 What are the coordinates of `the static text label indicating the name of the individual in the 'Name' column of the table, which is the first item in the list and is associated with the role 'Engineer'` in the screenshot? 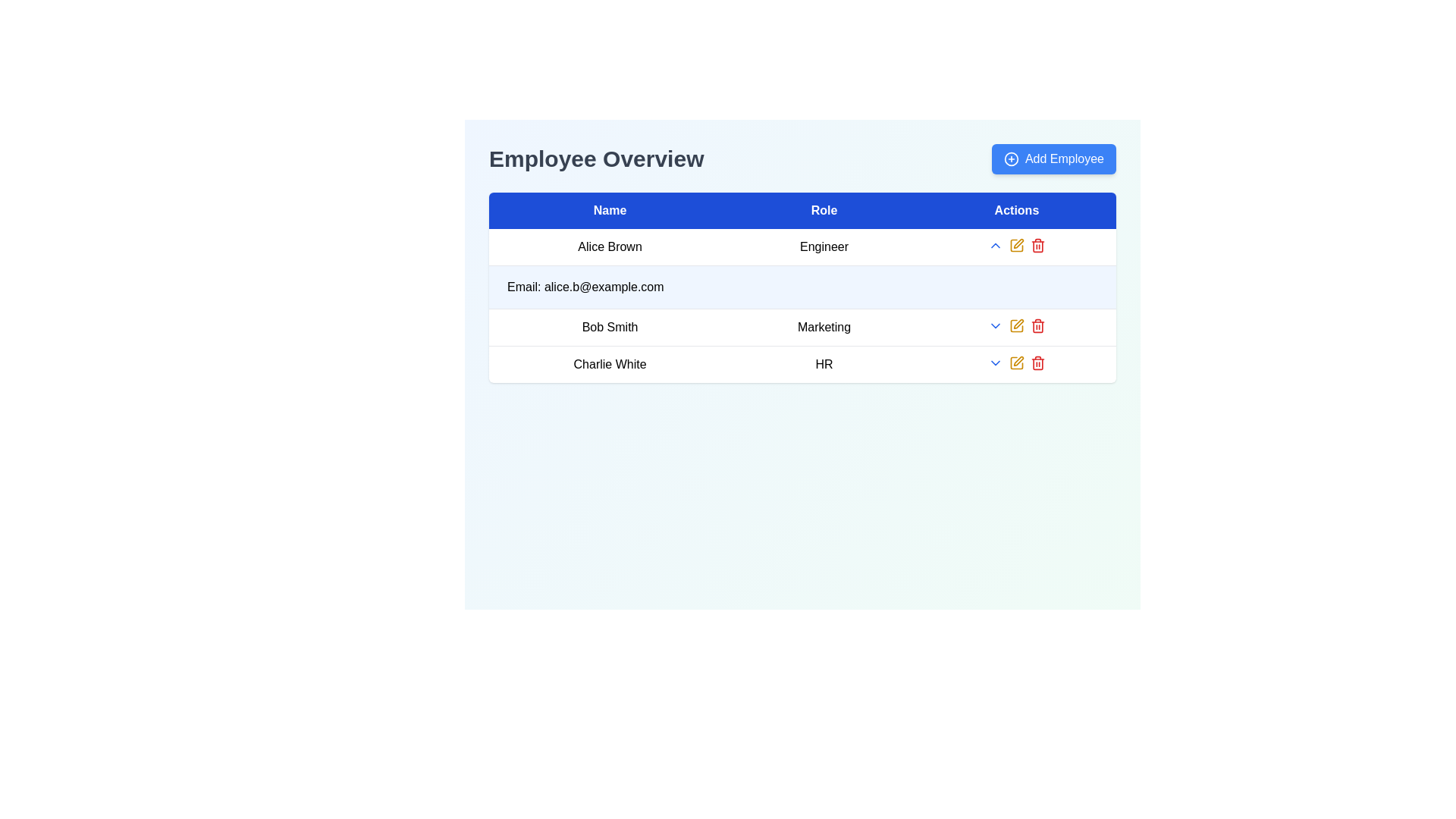 It's located at (610, 246).